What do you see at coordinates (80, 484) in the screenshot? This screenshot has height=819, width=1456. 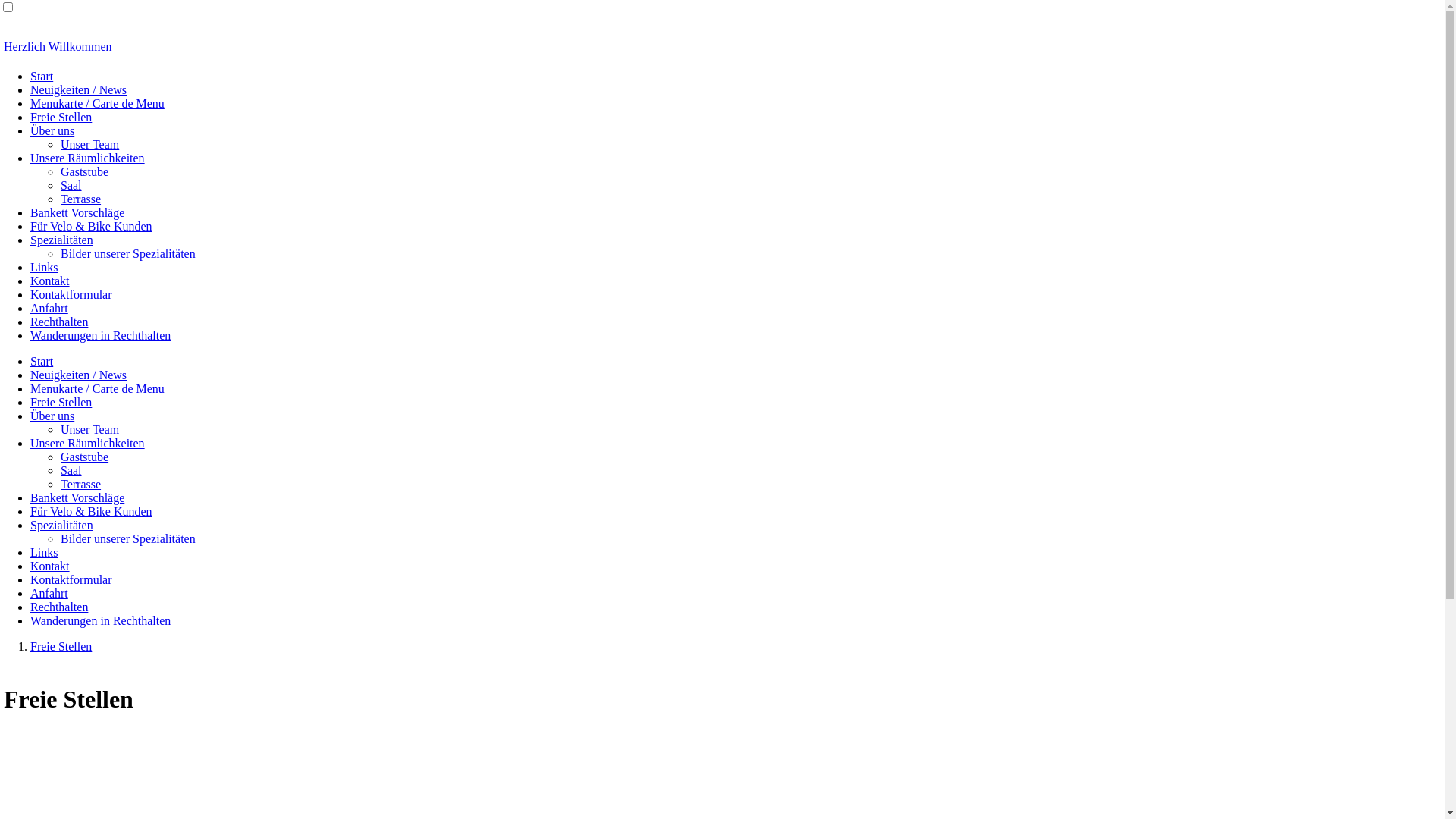 I see `'Terrasse'` at bounding box center [80, 484].